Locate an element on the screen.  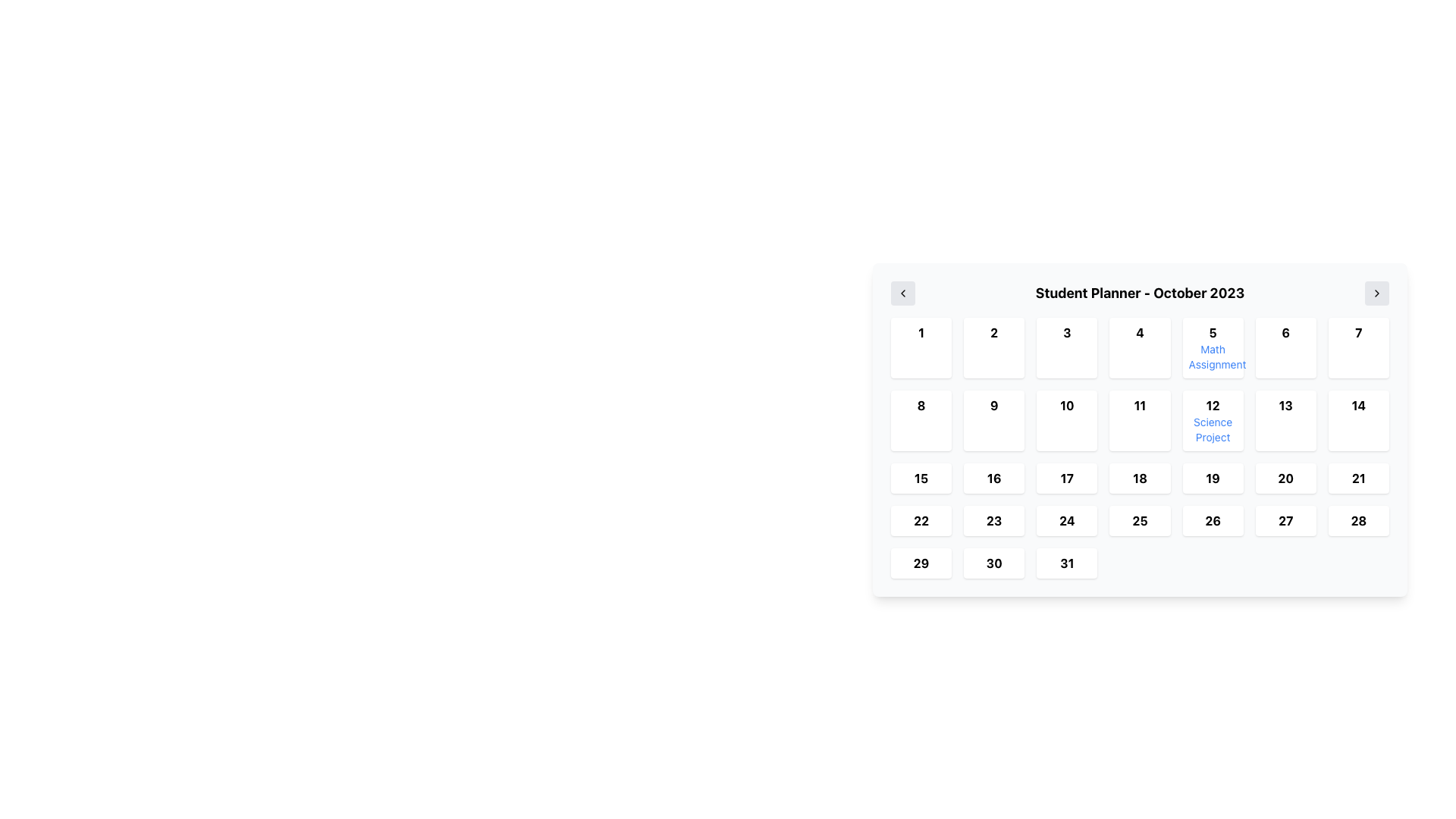
the calendar date tile representing the date '13' is located at coordinates (1285, 421).